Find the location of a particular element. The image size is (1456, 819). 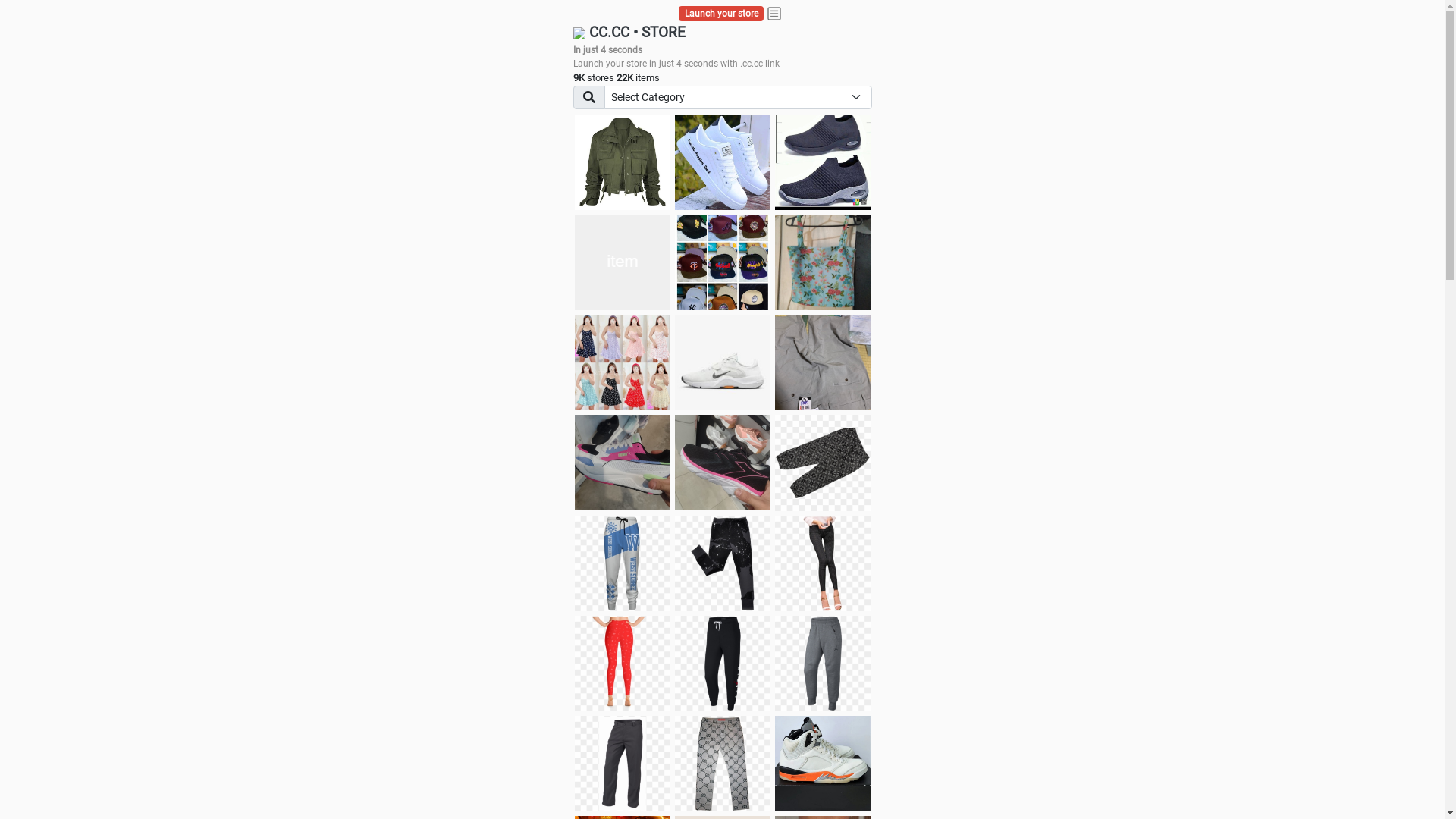

'Pant' is located at coordinates (821, 563).